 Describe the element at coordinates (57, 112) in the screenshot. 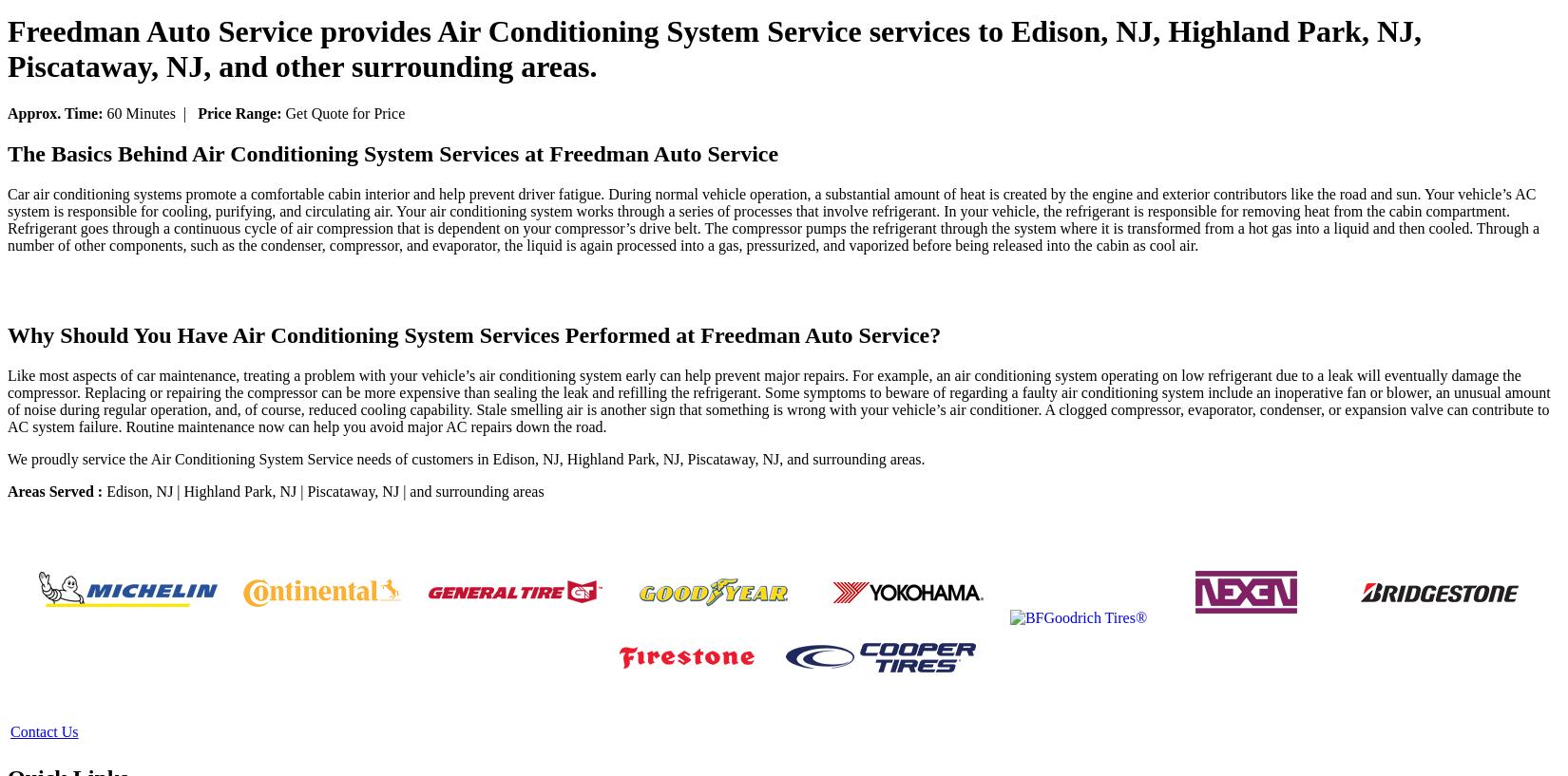

I see `'Approx. Time:'` at that location.